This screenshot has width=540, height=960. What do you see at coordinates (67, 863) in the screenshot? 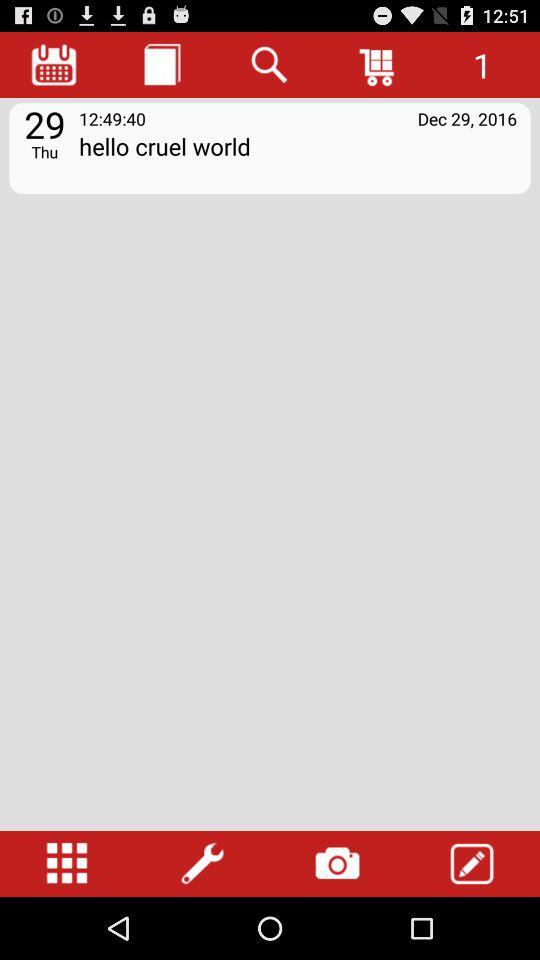
I see `item below the hello cruel world app` at bounding box center [67, 863].